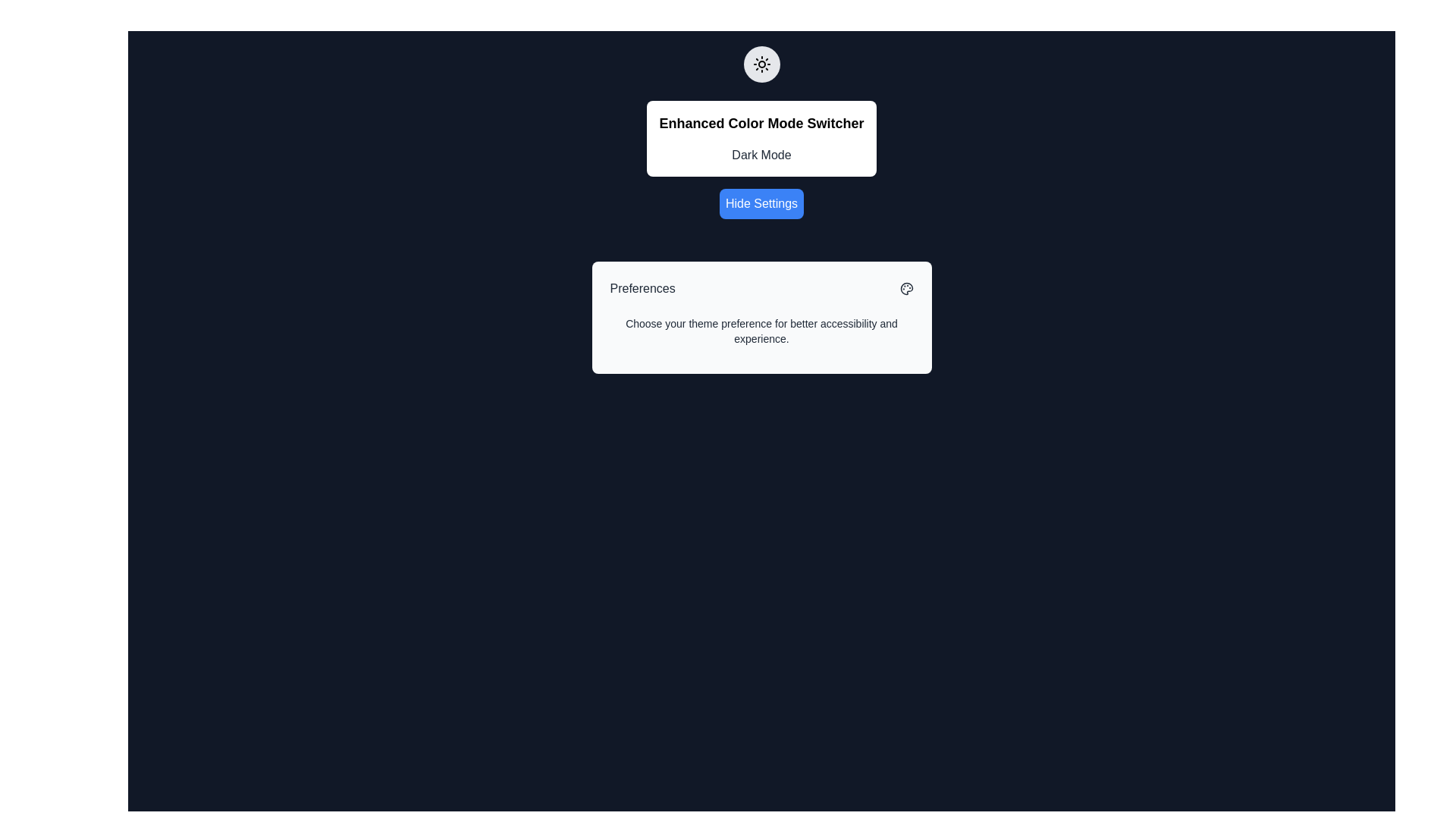  What do you see at coordinates (761, 63) in the screenshot?
I see `the circular sun icon representing brightness adjustment, which is positioned above the 'Enhanced Color Mode Switcher' title` at bounding box center [761, 63].